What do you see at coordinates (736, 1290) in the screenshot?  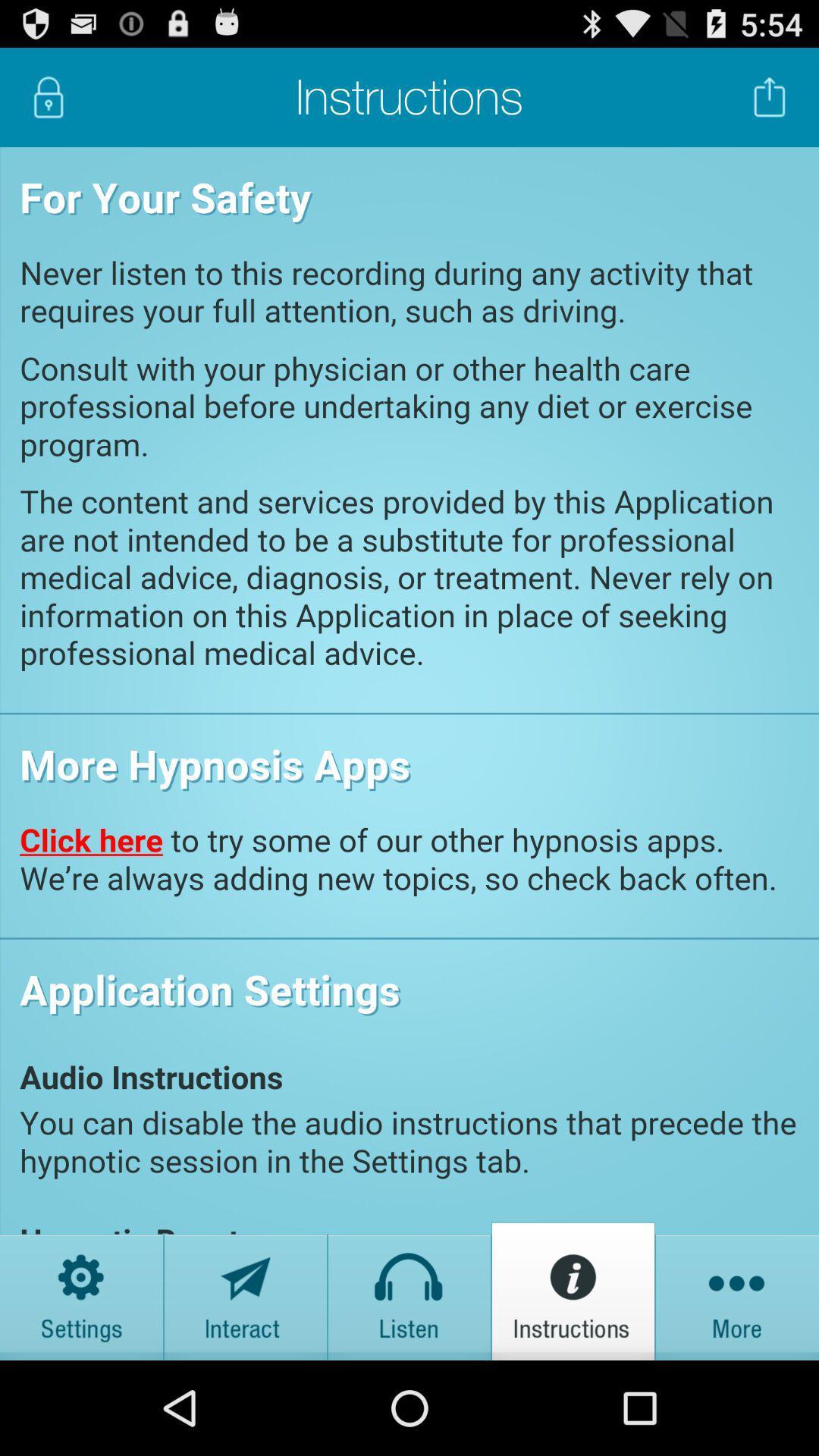 I see `next screen` at bounding box center [736, 1290].